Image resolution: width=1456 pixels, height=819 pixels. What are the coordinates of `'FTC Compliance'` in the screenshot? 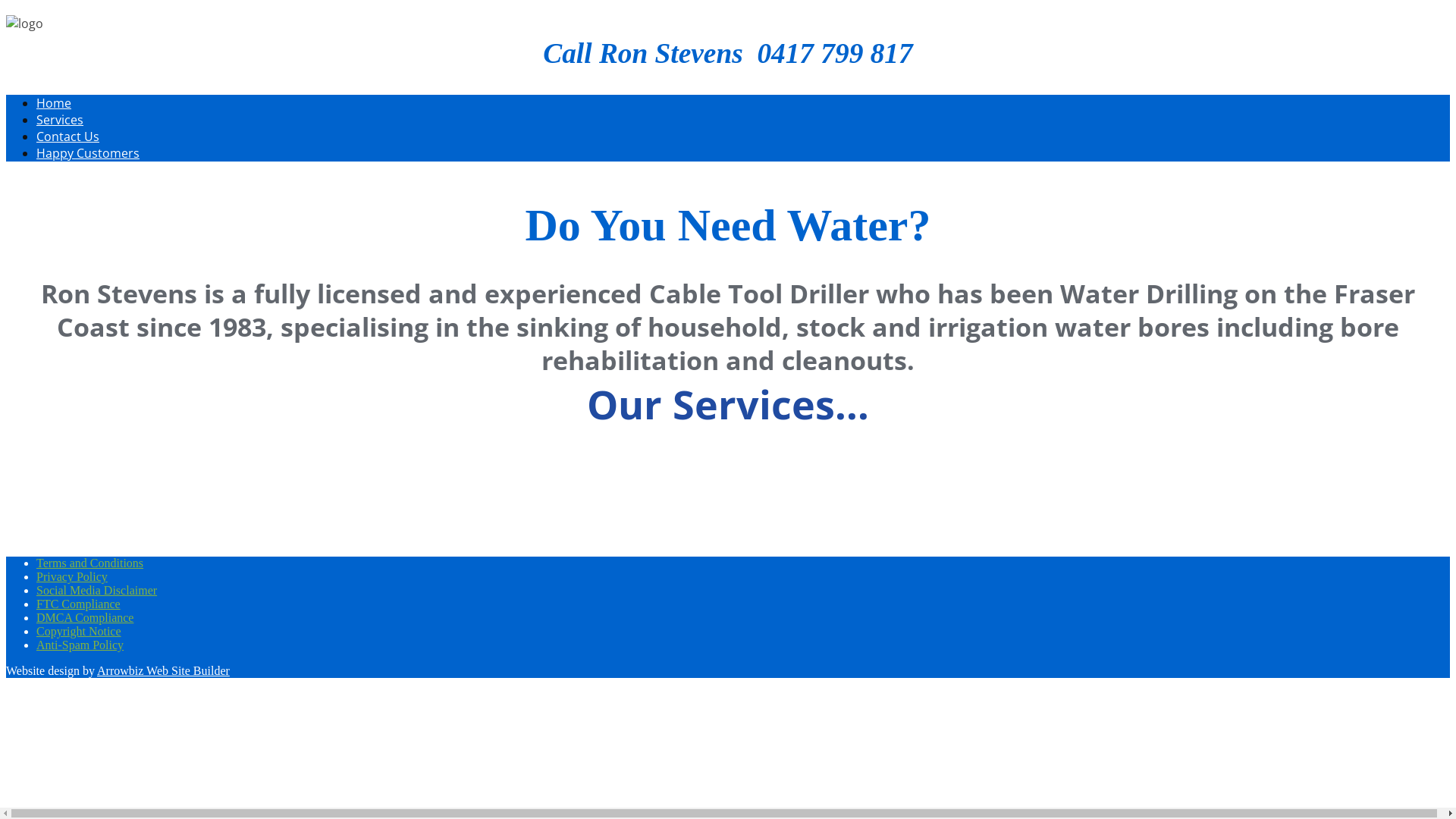 It's located at (77, 603).